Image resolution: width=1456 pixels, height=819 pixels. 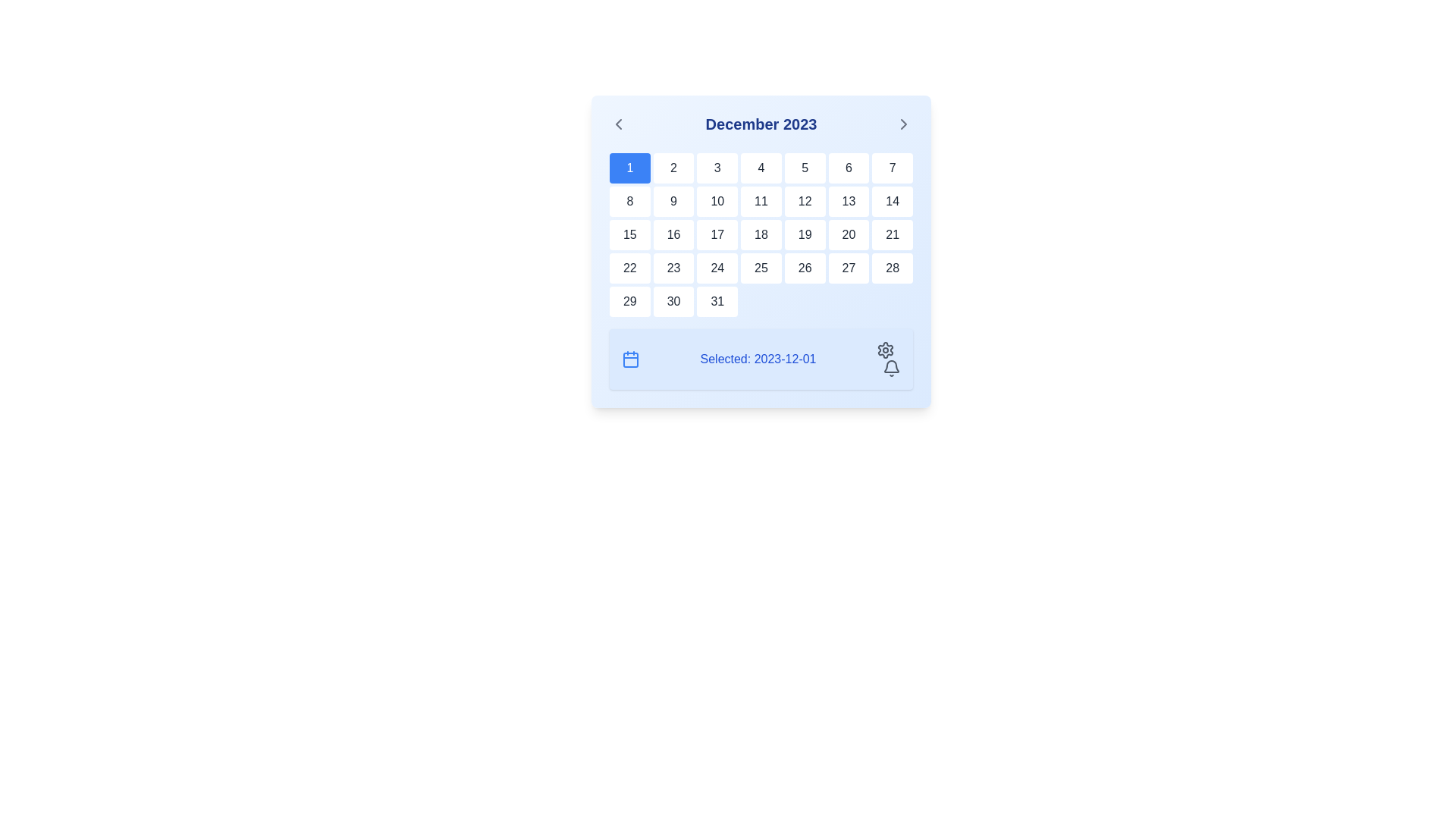 I want to click on the button representing the 18th day of the month in the calendar interface, so click(x=761, y=234).